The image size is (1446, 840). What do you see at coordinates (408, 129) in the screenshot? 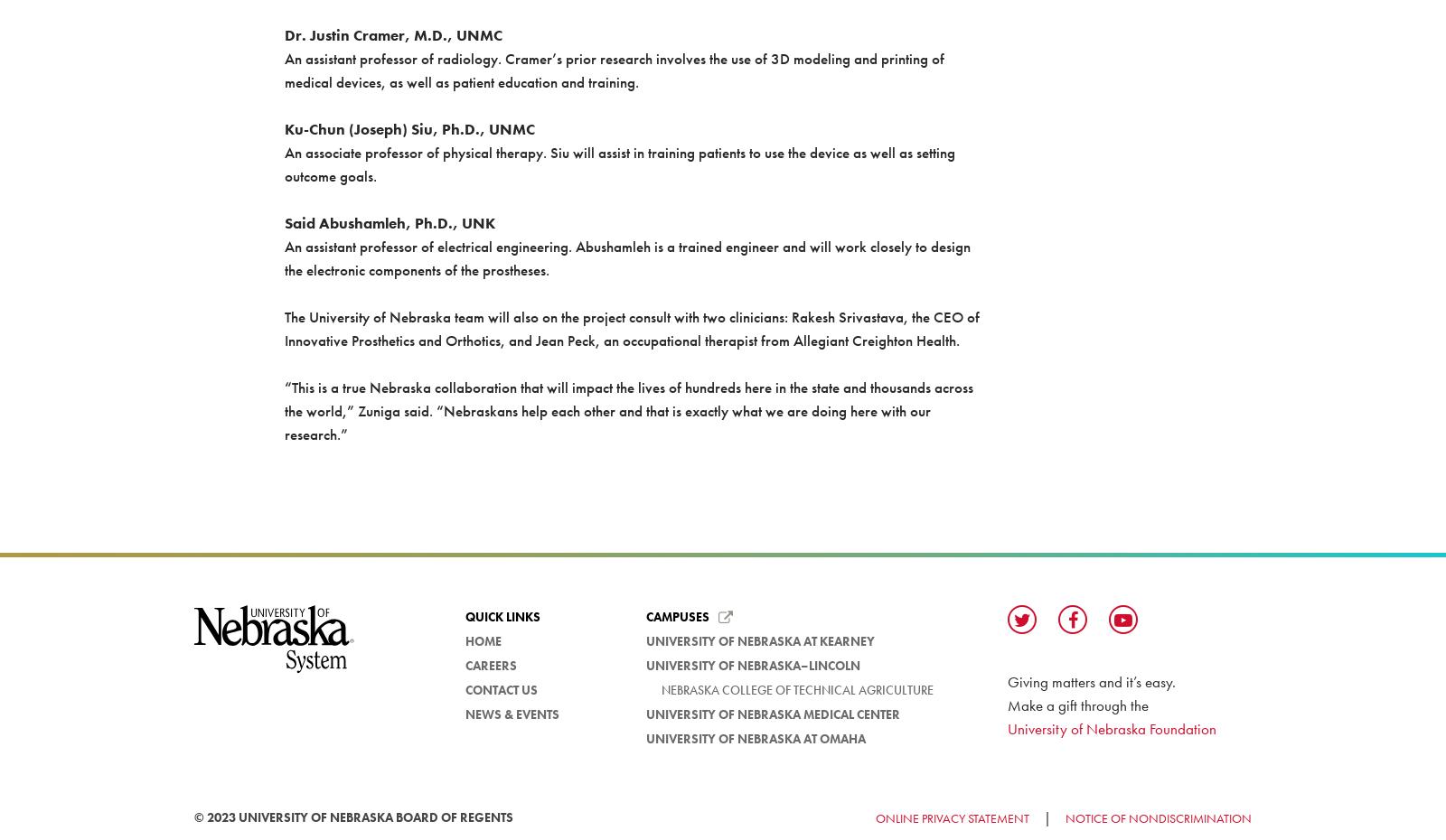
I see `'Ku-Chun (Joseph) Siu, Ph.D., UNMC'` at bounding box center [408, 129].